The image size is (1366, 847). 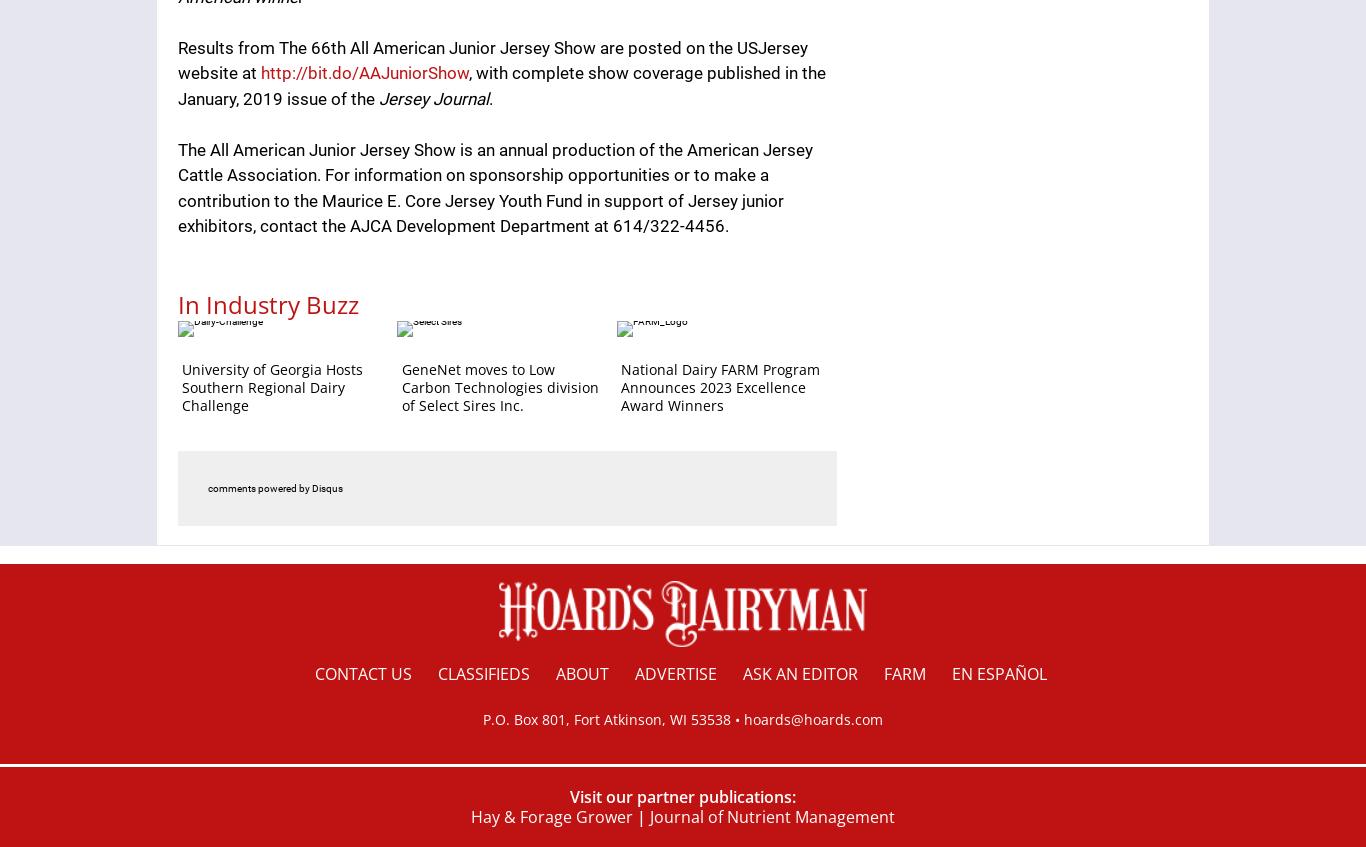 I want to click on 'Contact us', so click(x=314, y=673).